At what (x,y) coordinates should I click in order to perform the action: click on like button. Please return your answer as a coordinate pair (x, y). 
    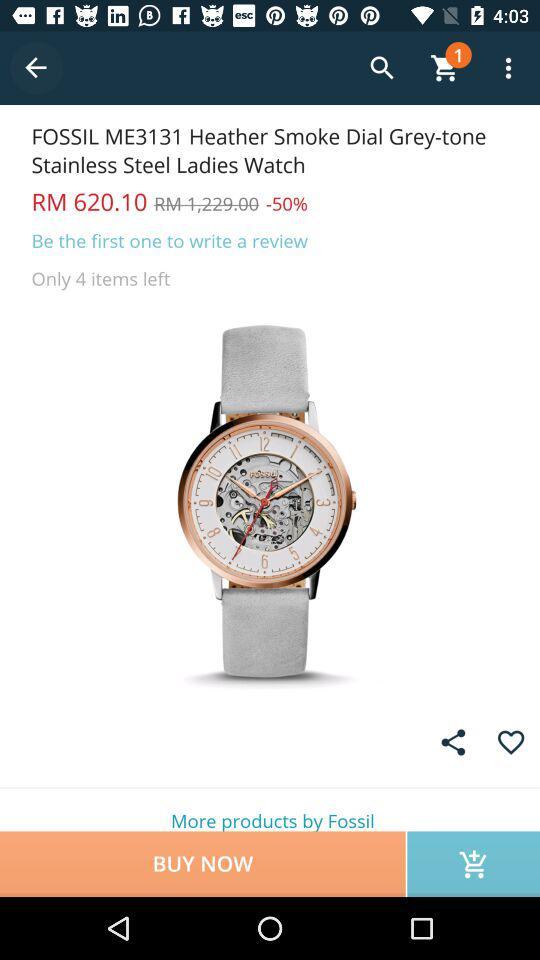
    Looking at the image, I should click on (511, 741).